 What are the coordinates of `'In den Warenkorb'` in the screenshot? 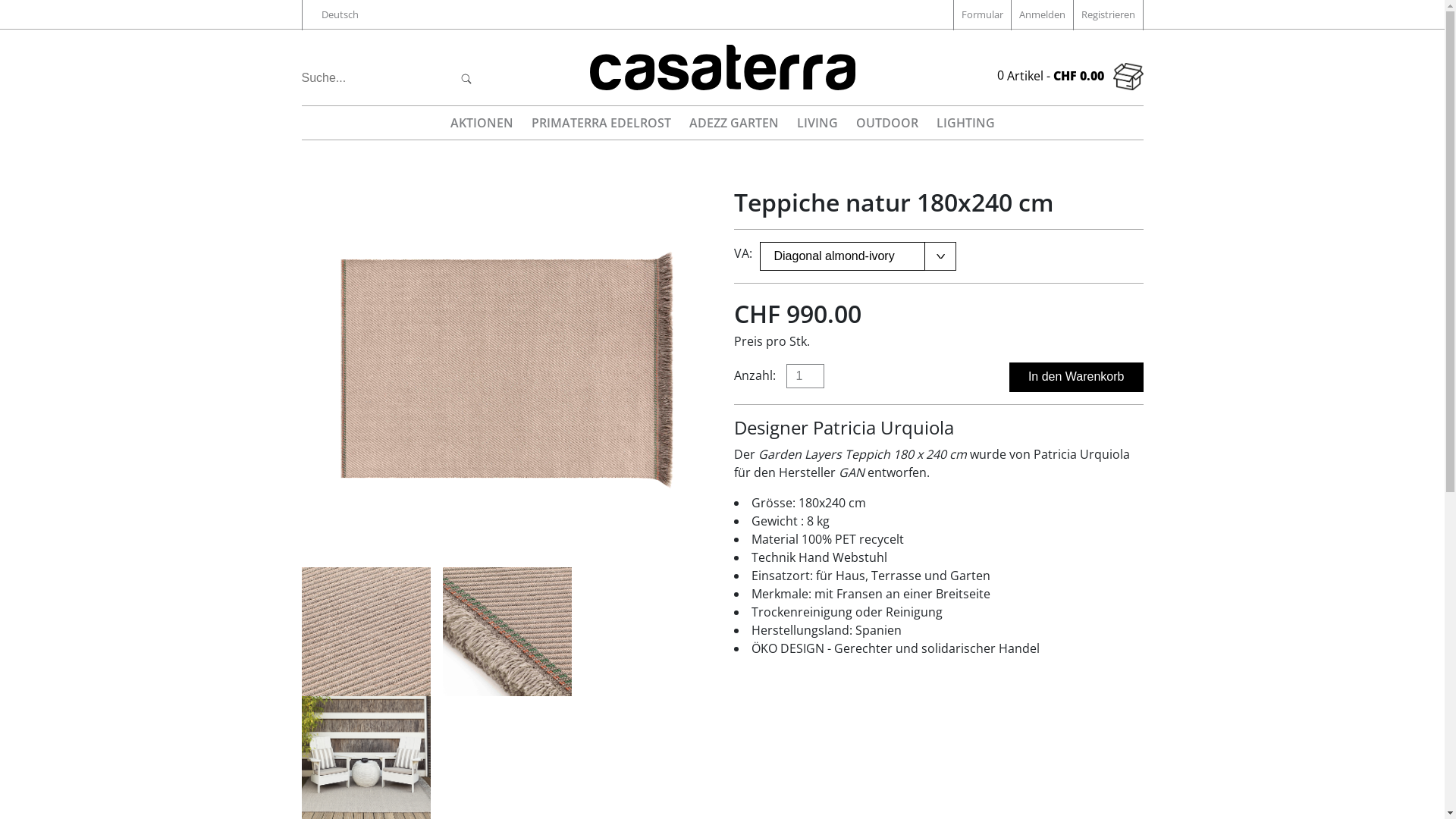 It's located at (1075, 376).